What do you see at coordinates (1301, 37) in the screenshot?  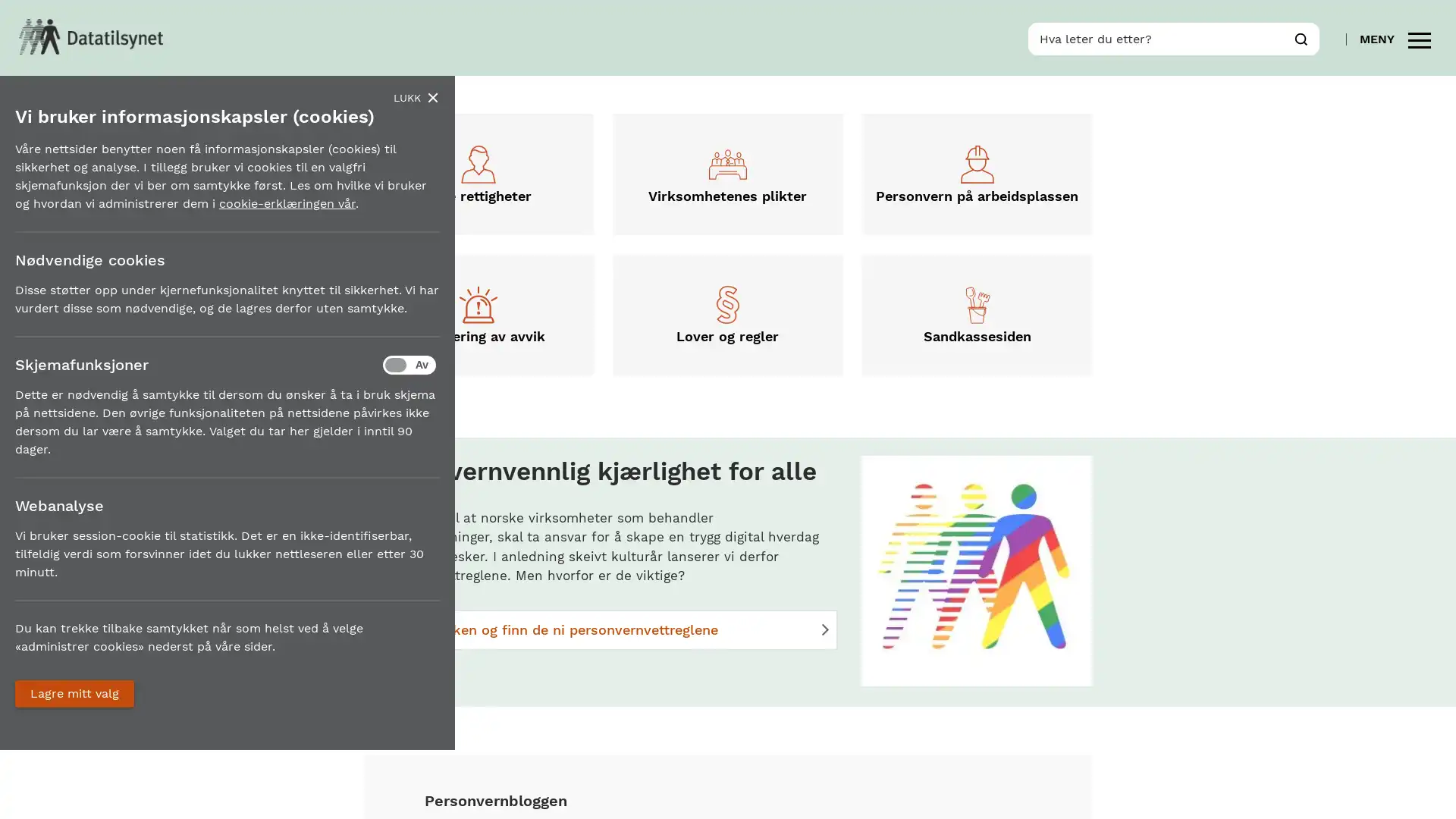 I see `Sk` at bounding box center [1301, 37].